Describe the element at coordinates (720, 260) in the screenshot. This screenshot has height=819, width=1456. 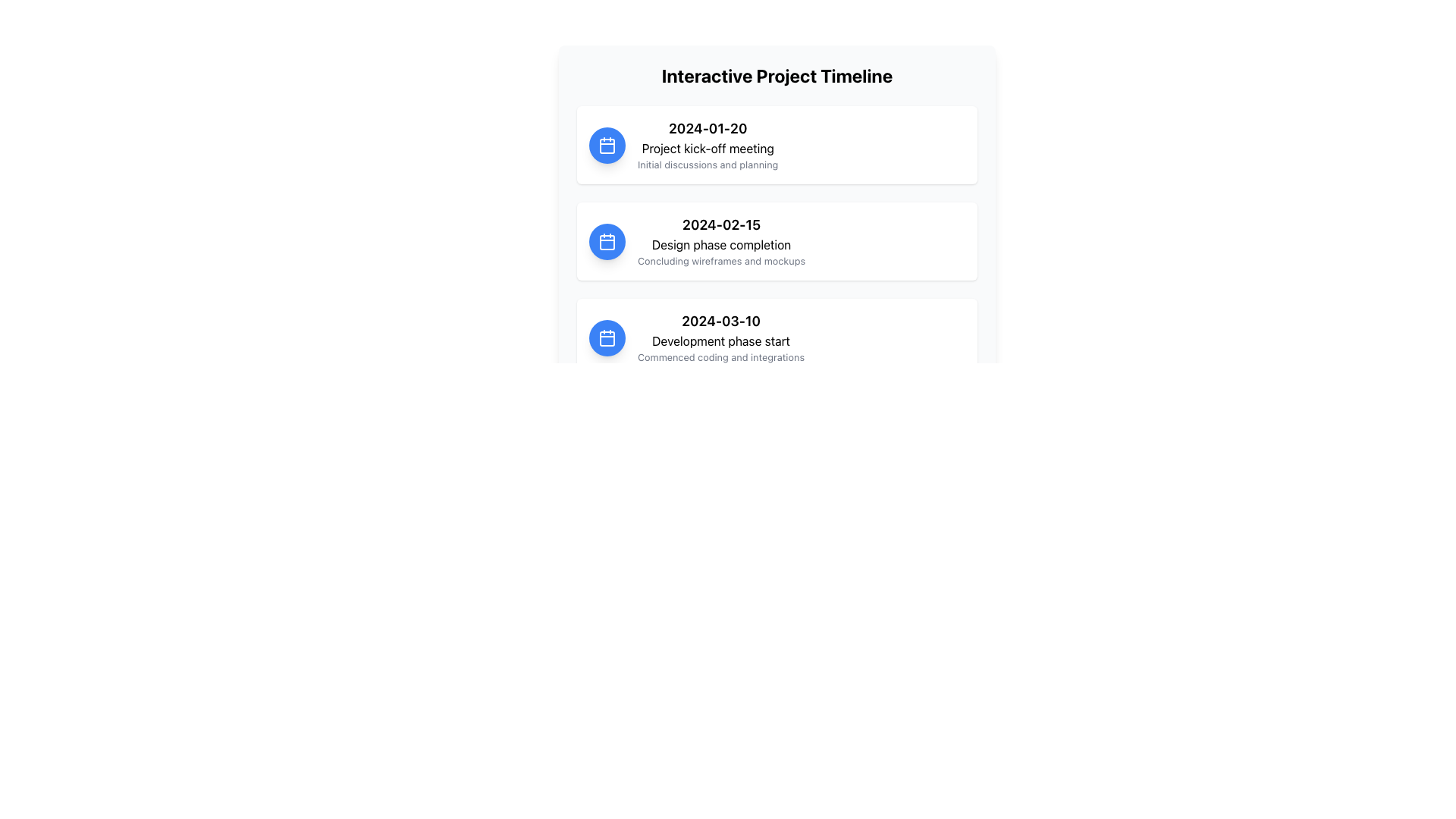
I see `the descriptive text label that provides additional details about 'Design phase completion', located below the date '2024-02-15'` at that location.